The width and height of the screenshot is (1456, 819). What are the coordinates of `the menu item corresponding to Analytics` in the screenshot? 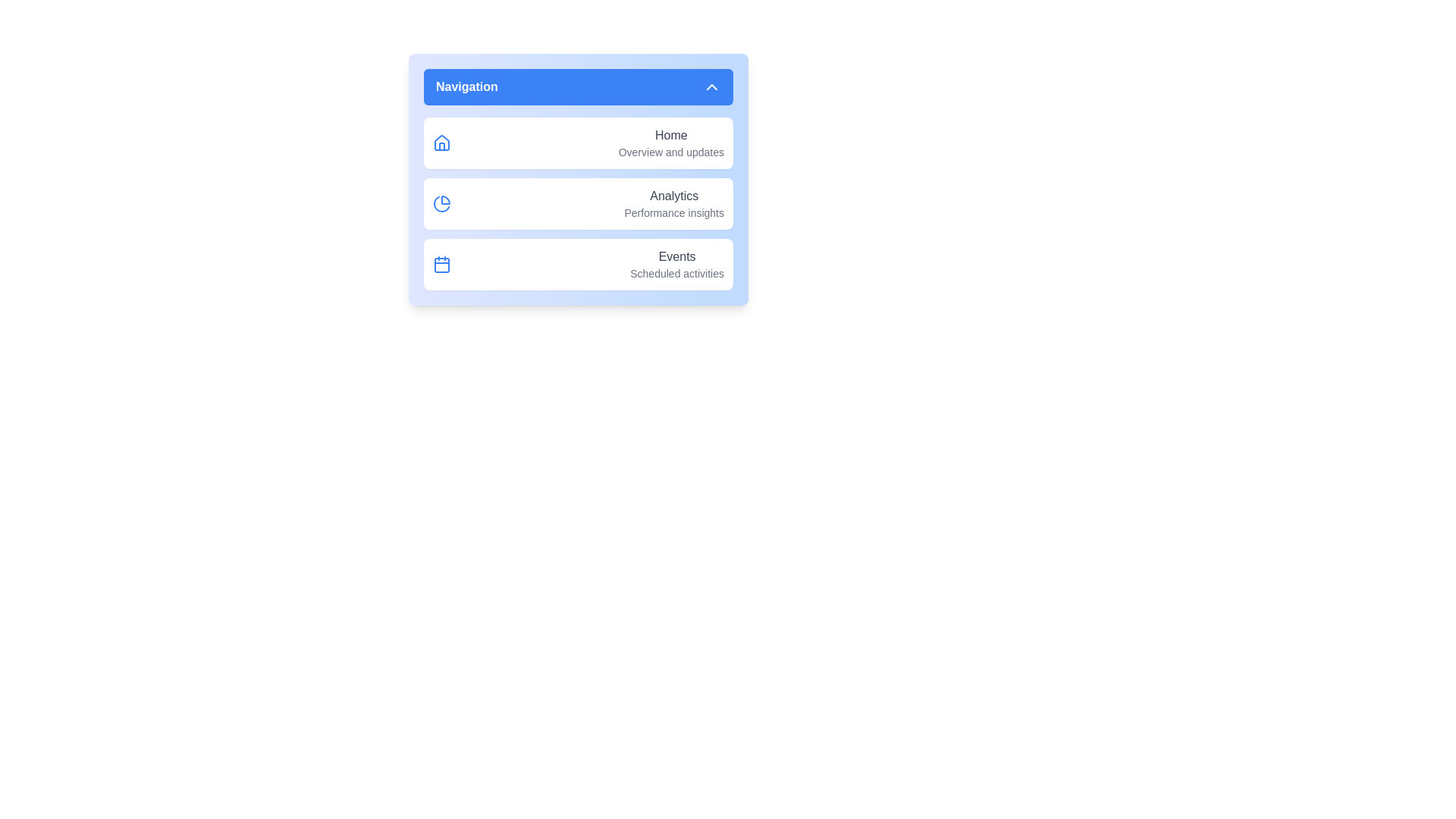 It's located at (465, 203).